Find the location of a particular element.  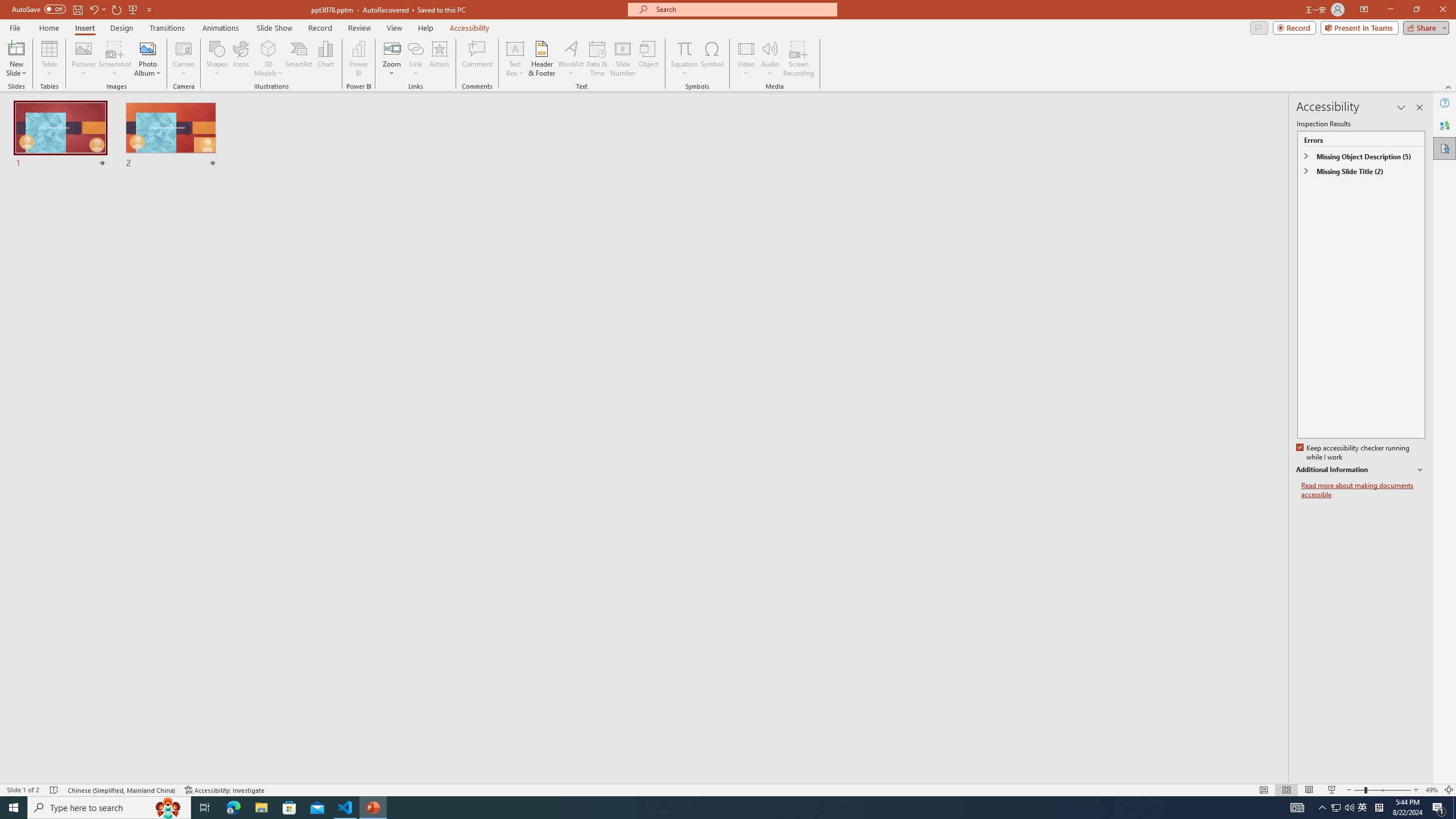

'3D Models' is located at coordinates (268, 48).